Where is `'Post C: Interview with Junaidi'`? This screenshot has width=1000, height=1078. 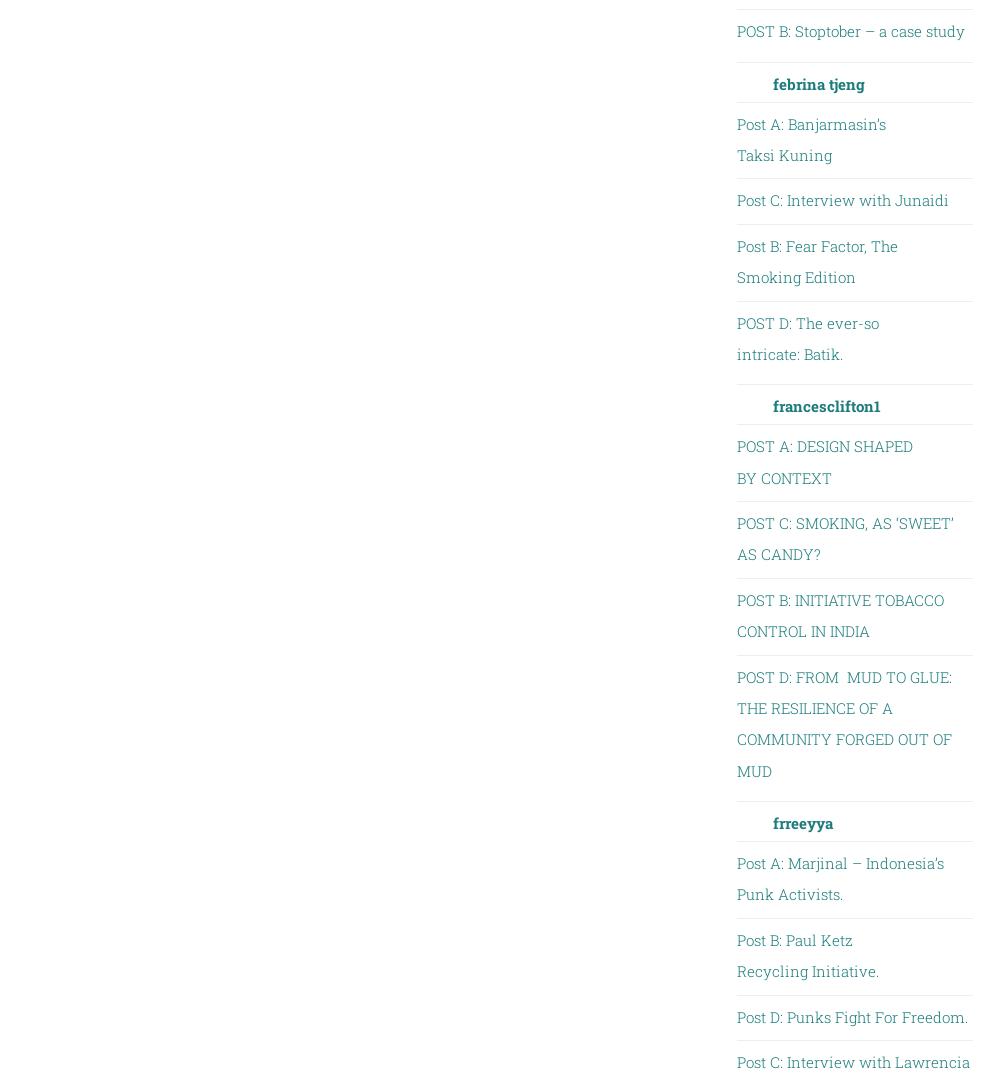 'Post C: Interview with Junaidi' is located at coordinates (841, 199).